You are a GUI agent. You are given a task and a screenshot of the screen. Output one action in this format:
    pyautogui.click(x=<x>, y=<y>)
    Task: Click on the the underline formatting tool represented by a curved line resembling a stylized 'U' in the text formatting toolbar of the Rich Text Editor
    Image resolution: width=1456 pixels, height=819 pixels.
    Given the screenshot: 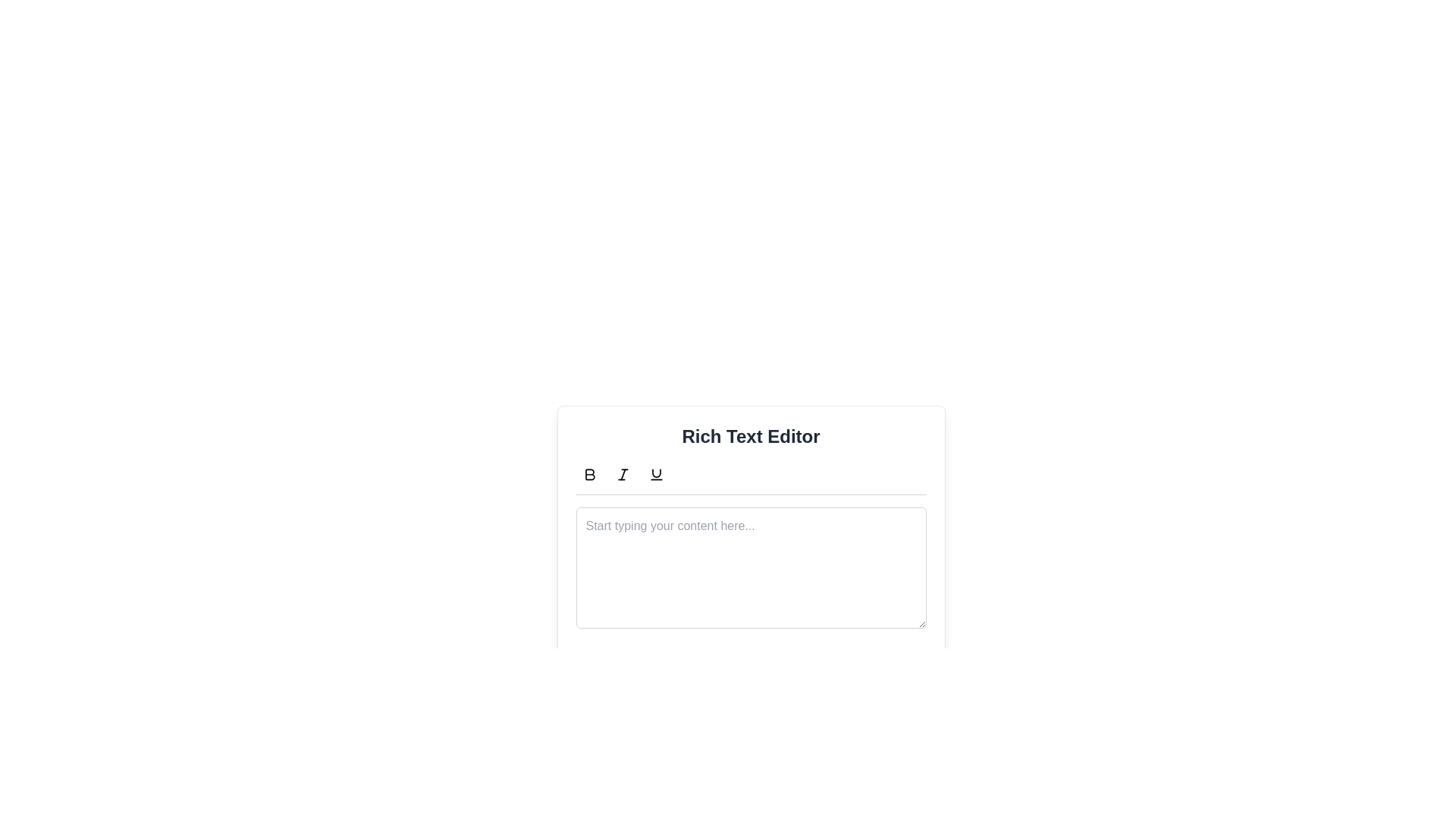 What is the action you would take?
    pyautogui.click(x=656, y=472)
    